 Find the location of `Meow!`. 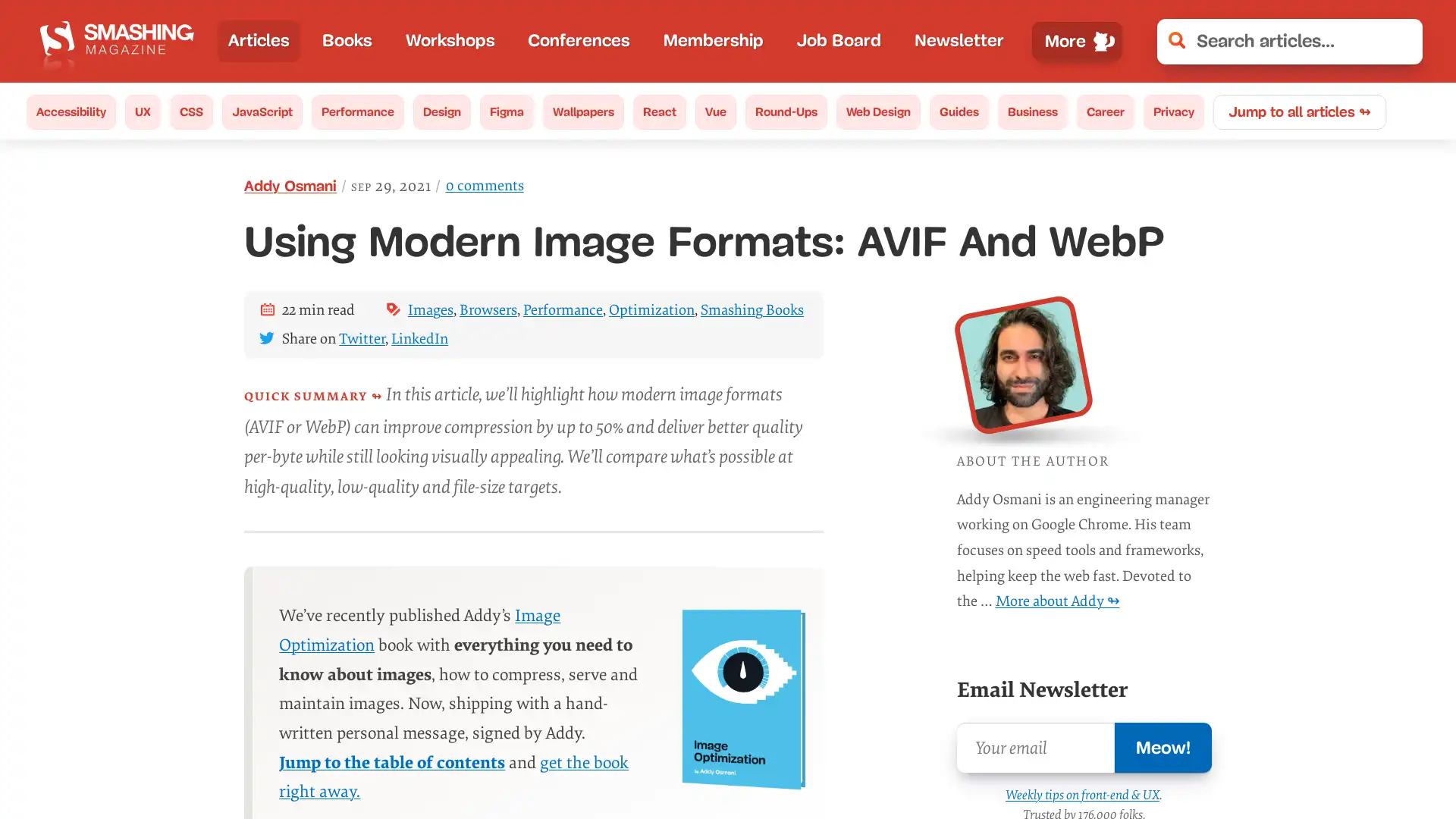

Meow! is located at coordinates (1161, 746).